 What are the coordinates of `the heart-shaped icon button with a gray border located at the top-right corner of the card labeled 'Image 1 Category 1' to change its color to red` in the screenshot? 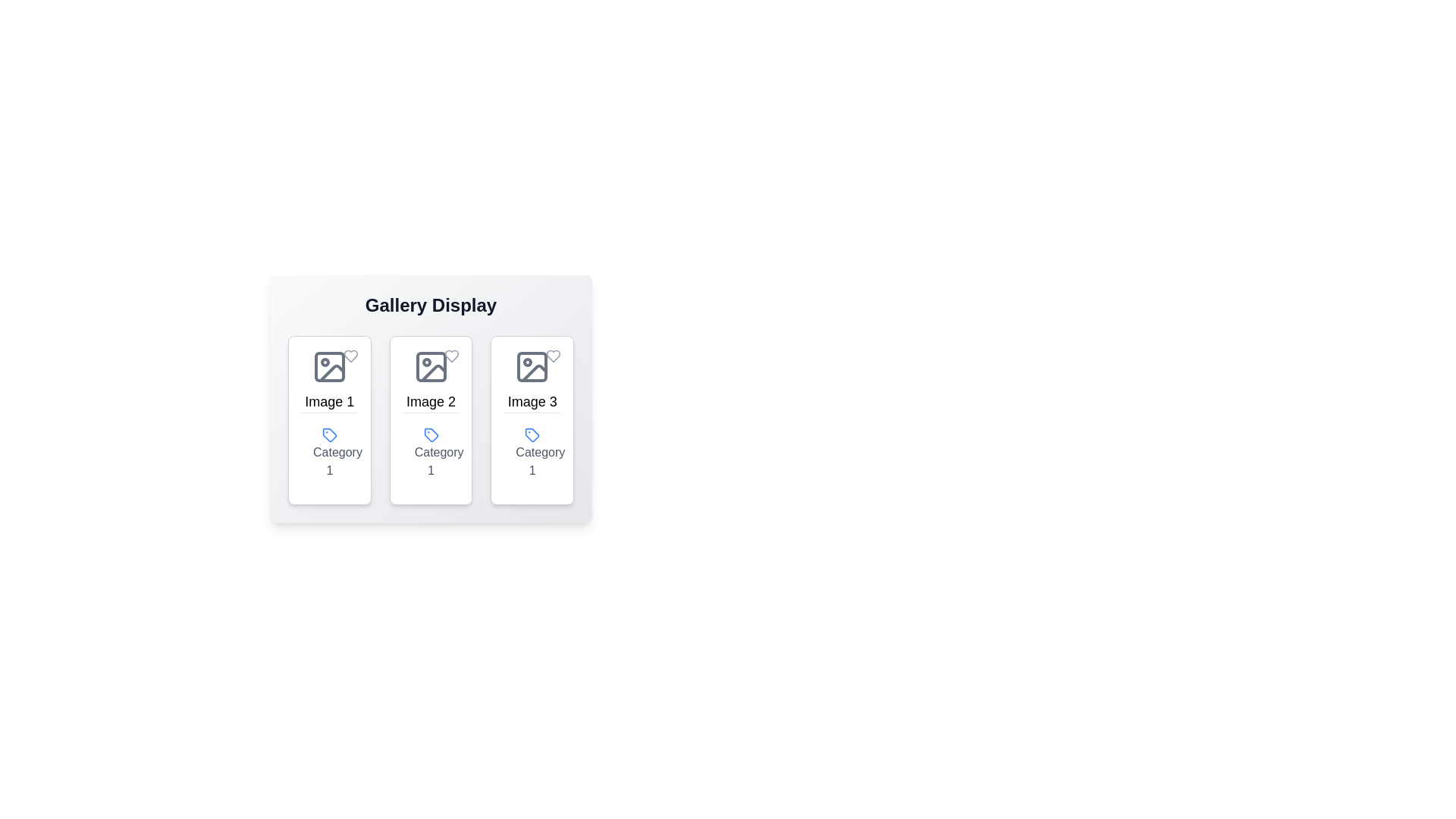 It's located at (350, 356).